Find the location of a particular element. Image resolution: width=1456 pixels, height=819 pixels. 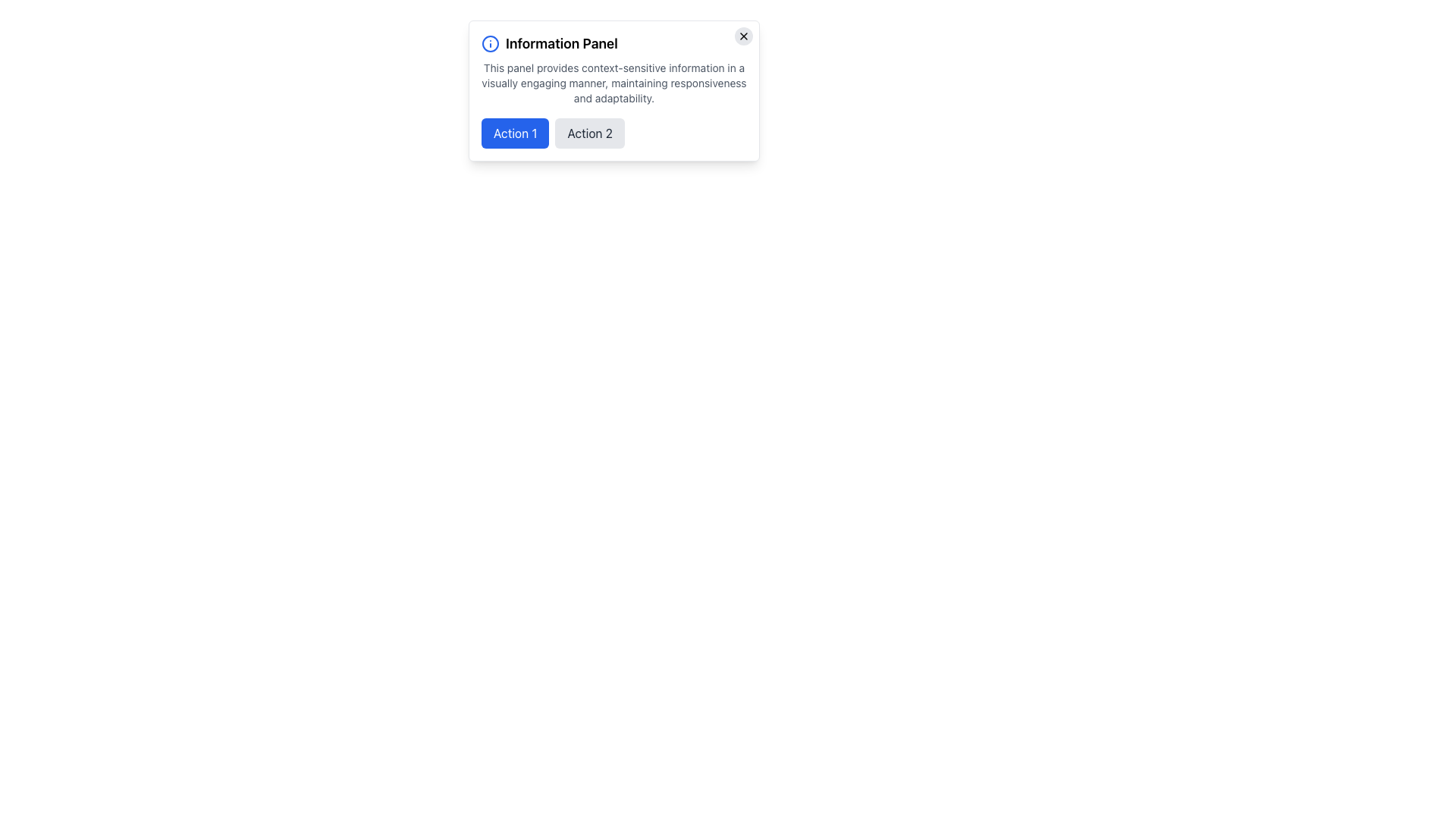

the small circular close button with an 'X' icon located in the top-right corner of the 'Information Panel' for potential UI feedback is located at coordinates (743, 35).